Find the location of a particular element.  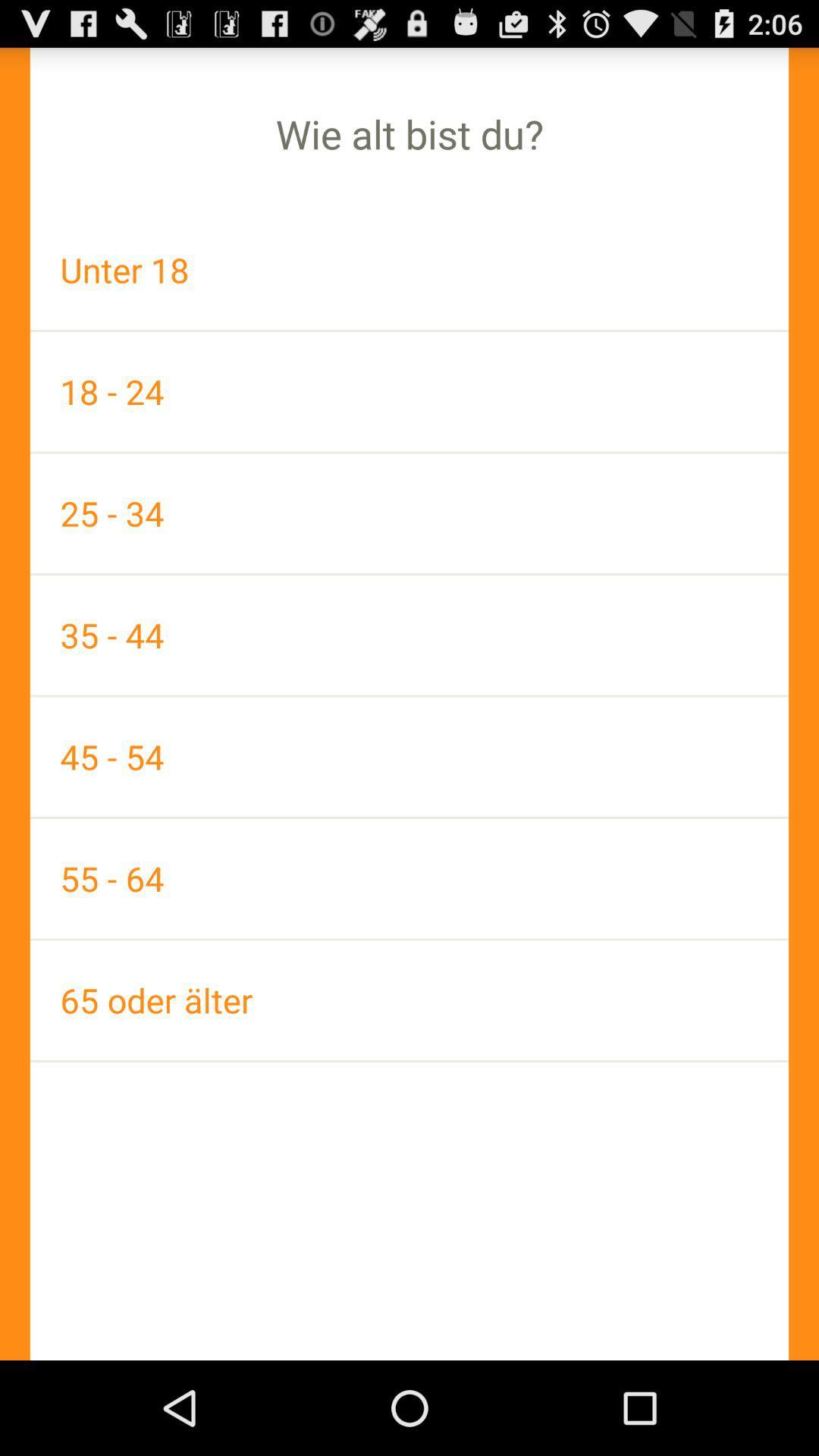

the 18 - 24 item is located at coordinates (409, 391).